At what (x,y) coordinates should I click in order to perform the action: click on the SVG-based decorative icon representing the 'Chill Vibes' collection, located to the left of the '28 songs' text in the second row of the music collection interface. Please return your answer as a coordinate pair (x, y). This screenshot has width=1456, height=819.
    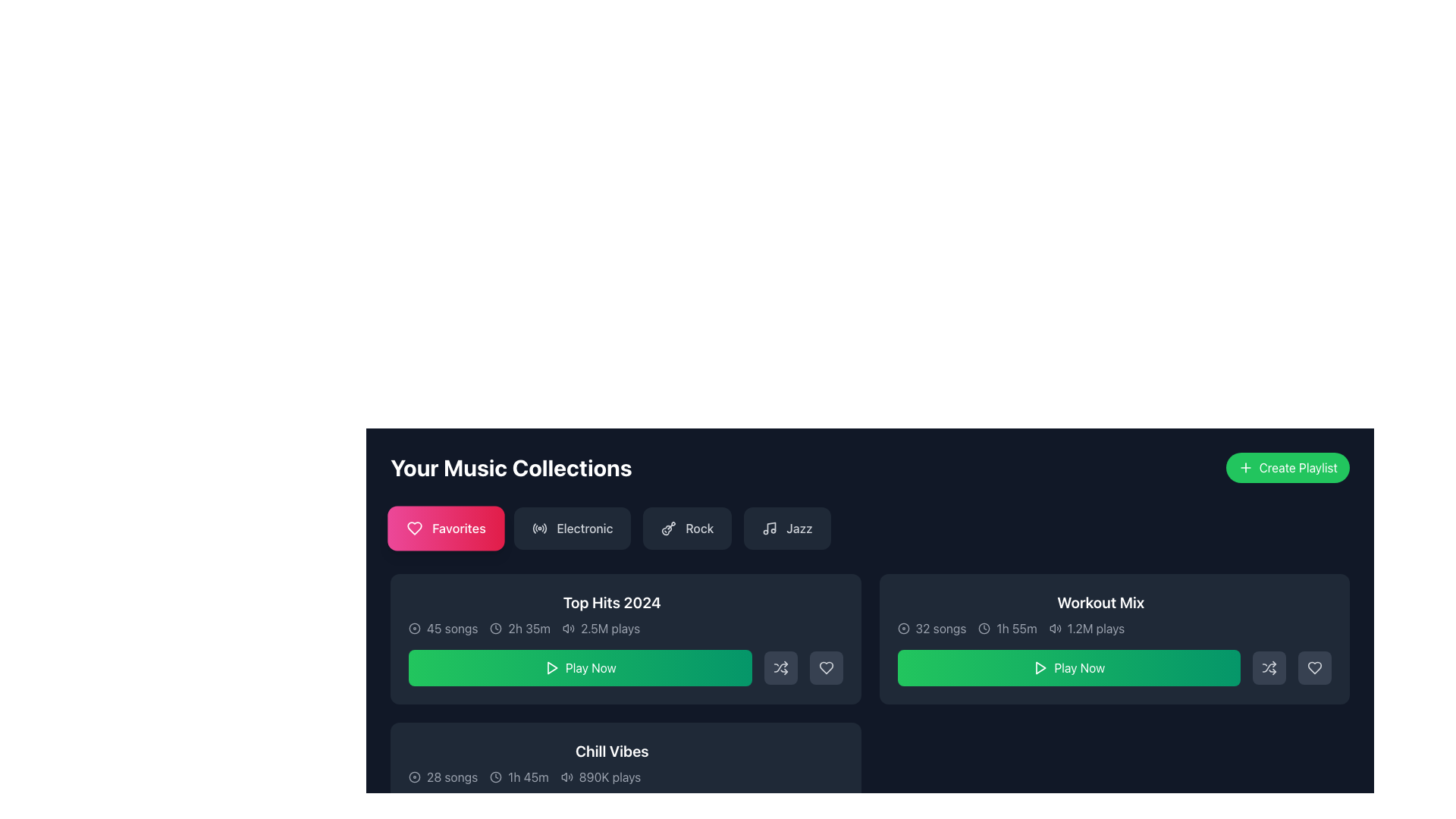
    Looking at the image, I should click on (415, 777).